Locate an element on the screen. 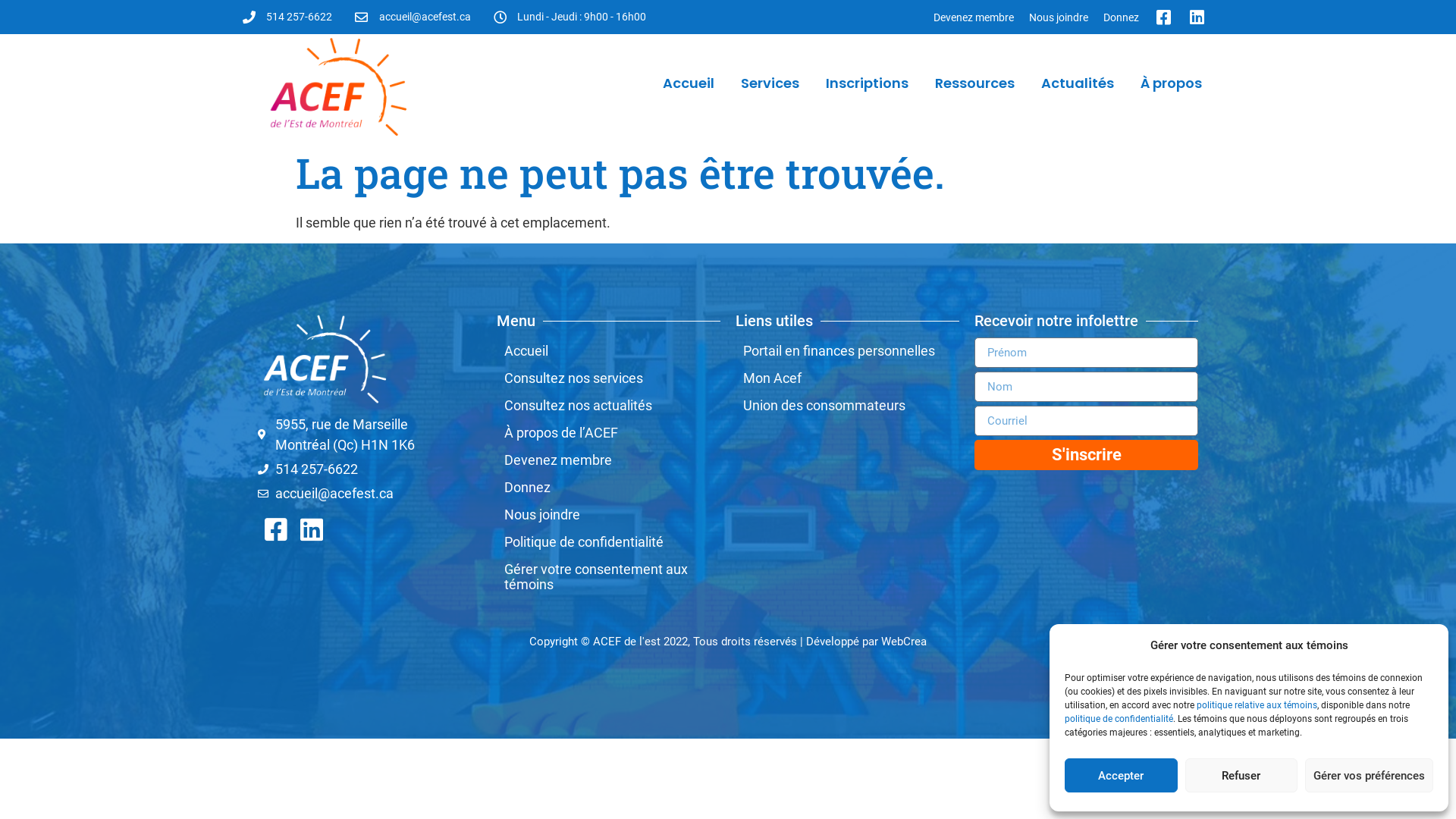 This screenshot has width=1456, height=819. 'Services' is located at coordinates (770, 83).